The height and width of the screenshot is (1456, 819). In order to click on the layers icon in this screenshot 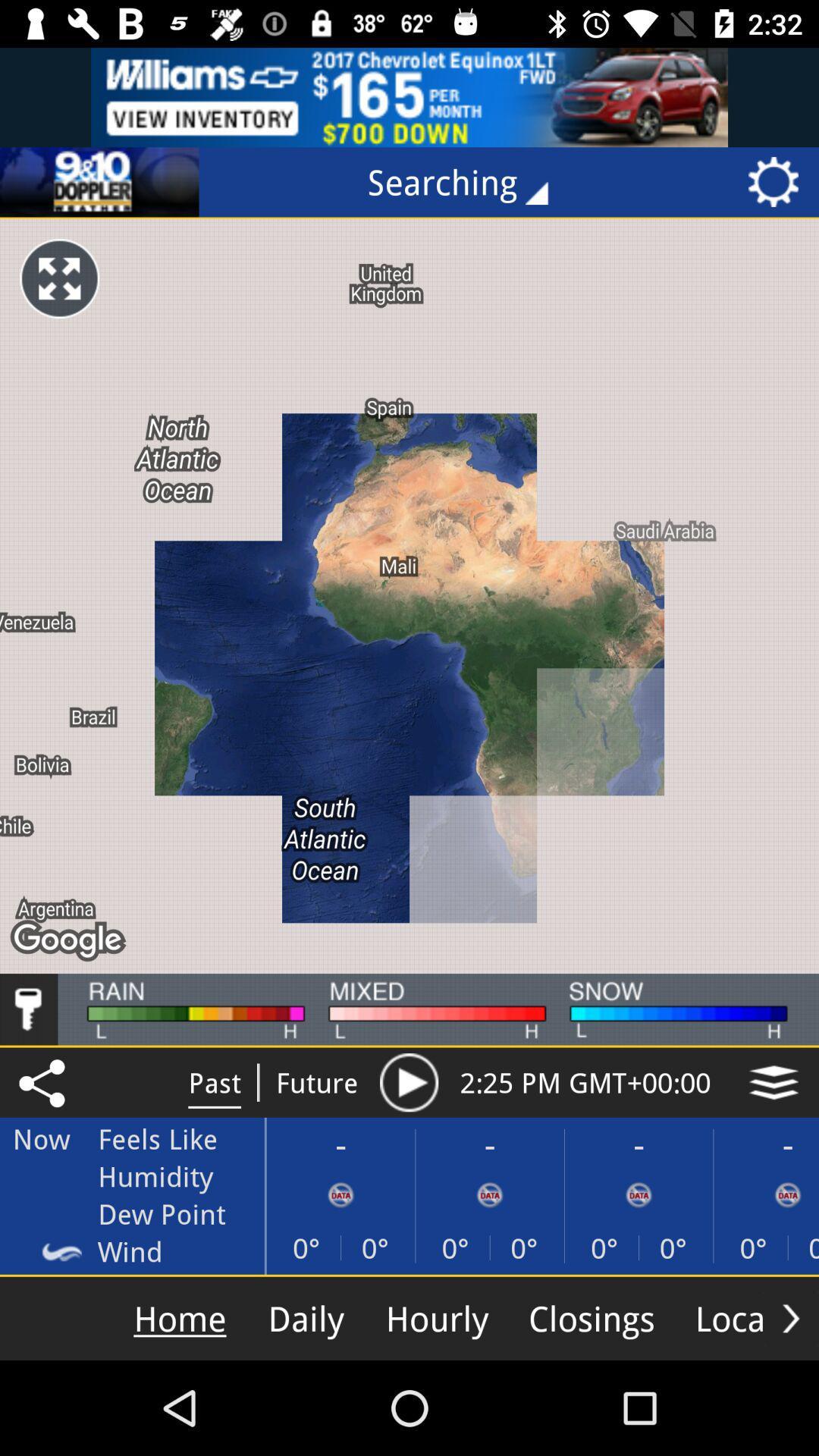, I will do `click(773, 1081)`.